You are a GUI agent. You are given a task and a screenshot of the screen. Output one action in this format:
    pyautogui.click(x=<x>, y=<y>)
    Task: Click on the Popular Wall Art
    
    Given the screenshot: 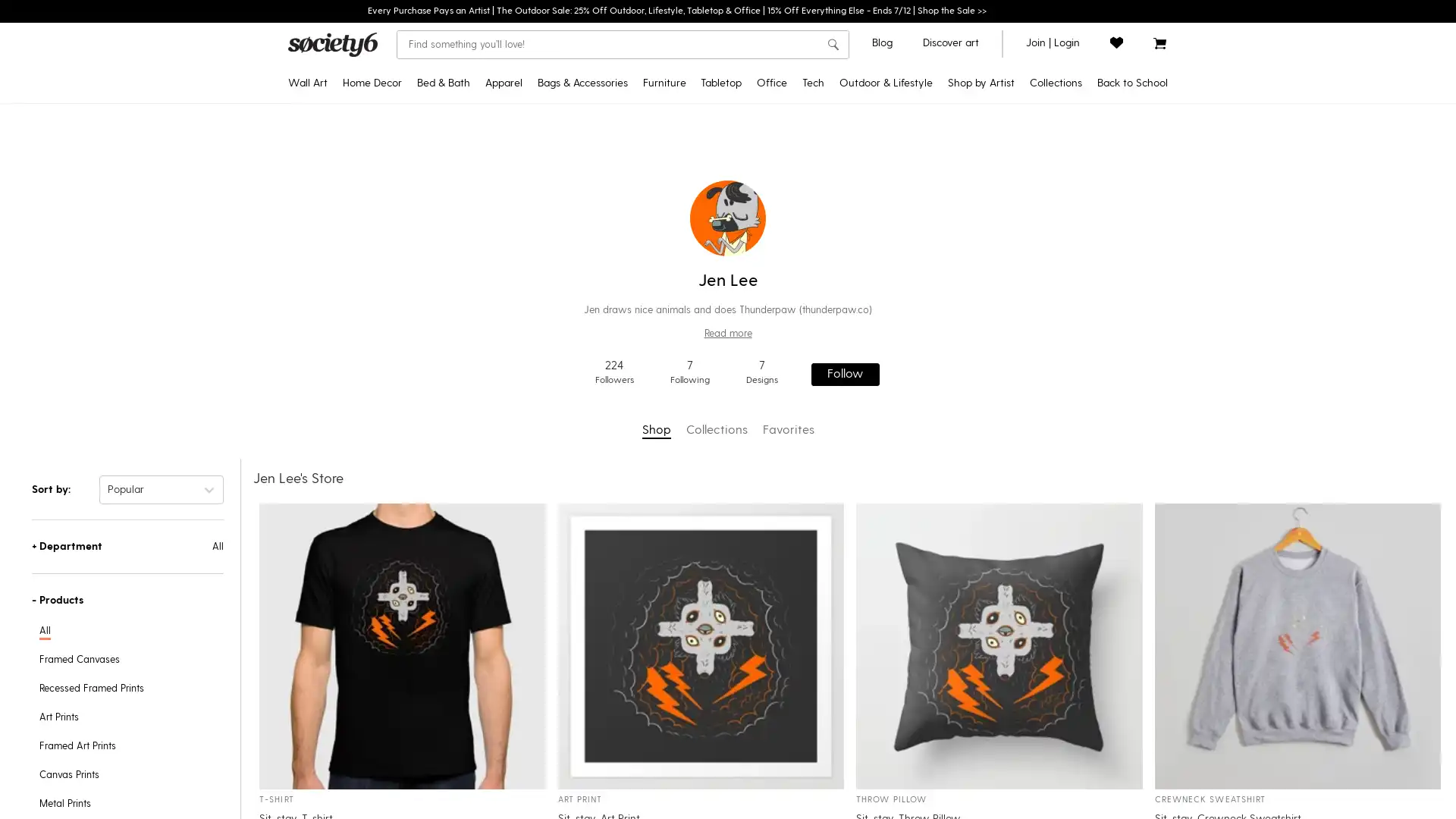 What is the action you would take?
    pyautogui.click(x=999, y=195)
    